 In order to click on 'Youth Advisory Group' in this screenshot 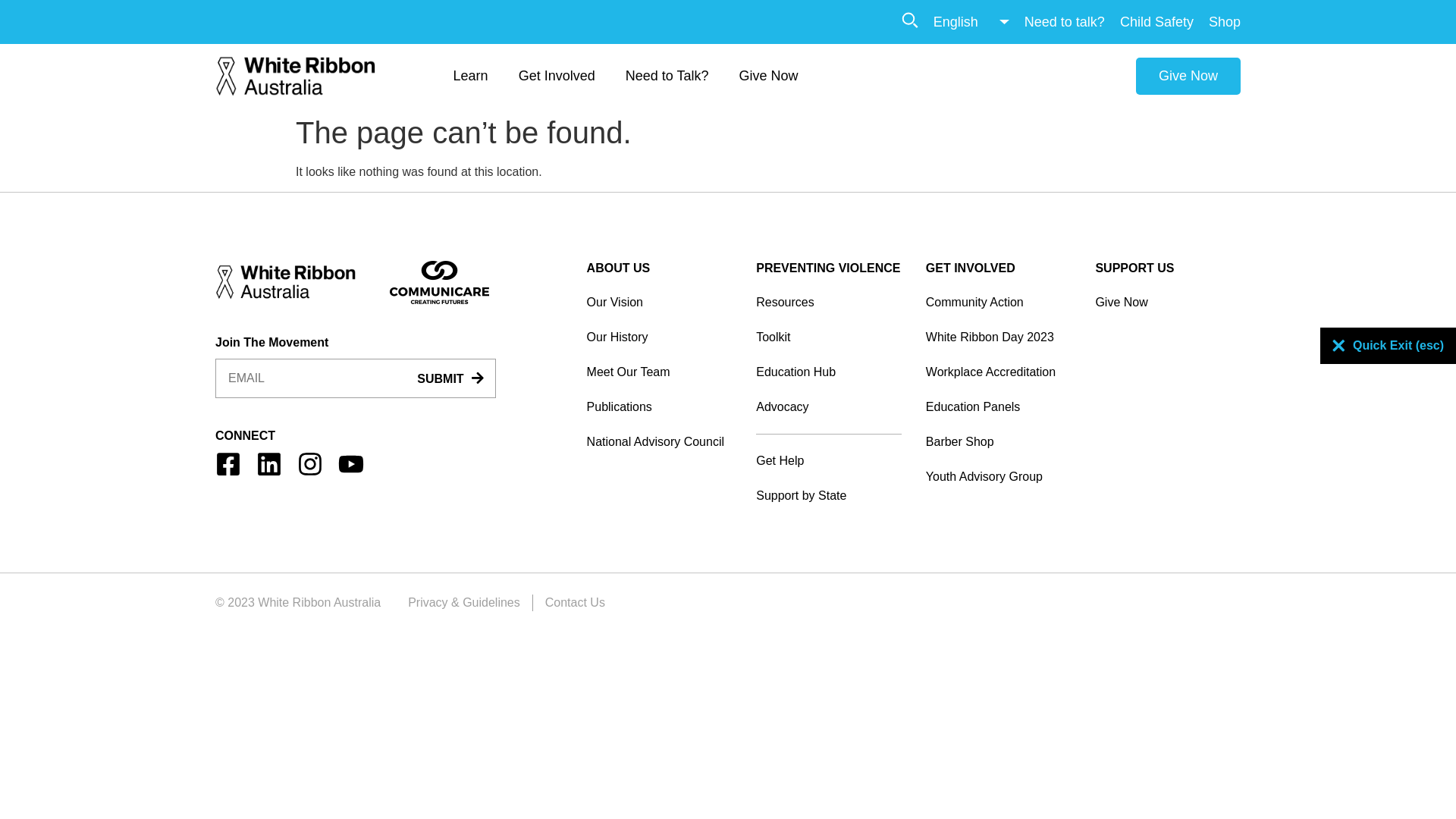, I will do `click(924, 475)`.